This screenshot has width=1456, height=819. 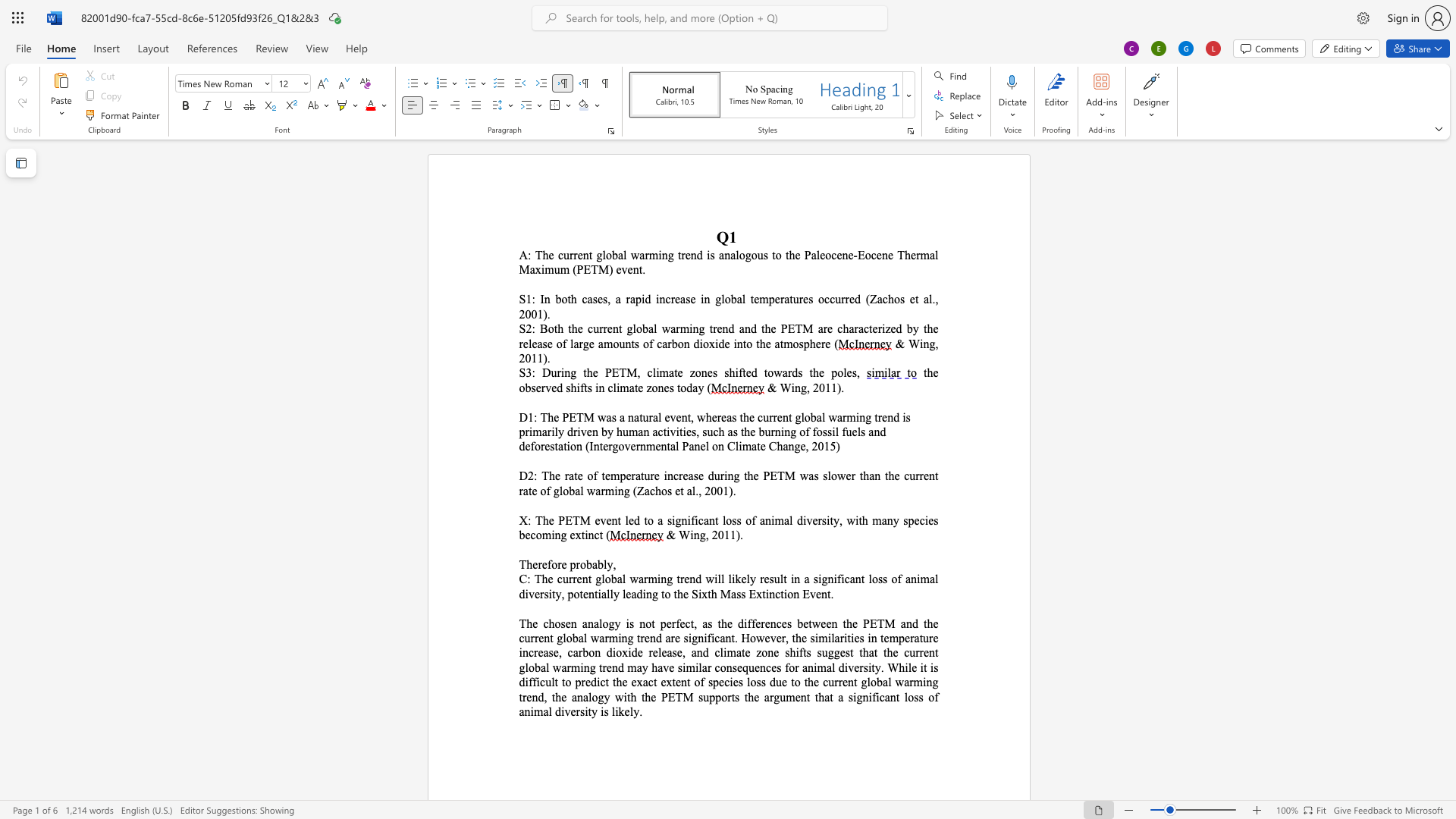 I want to click on the 1th character "n" in the text, so click(x=695, y=534).